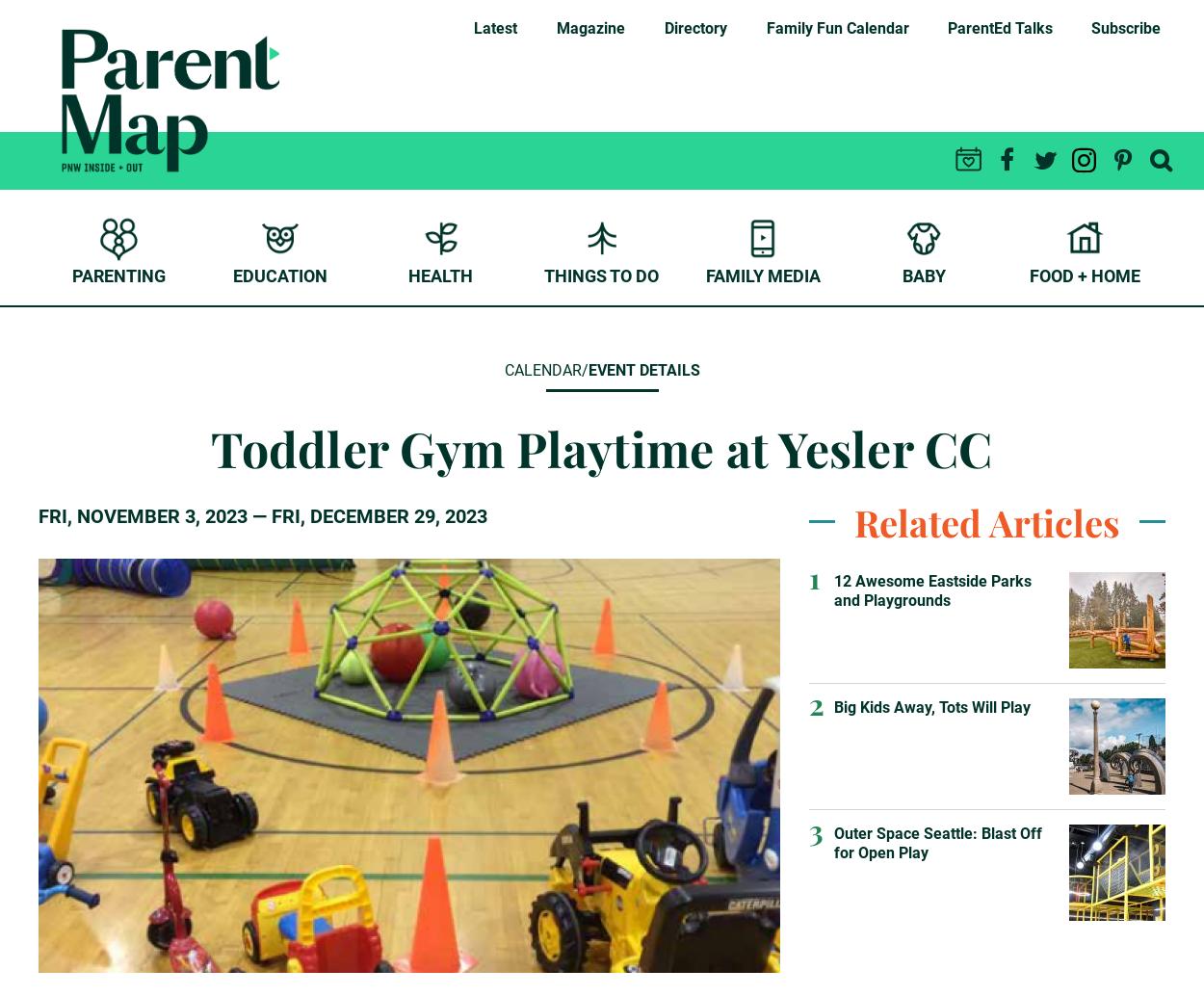 This screenshot has height=996, width=1204. I want to click on 'Twitter', so click(1062, 199).